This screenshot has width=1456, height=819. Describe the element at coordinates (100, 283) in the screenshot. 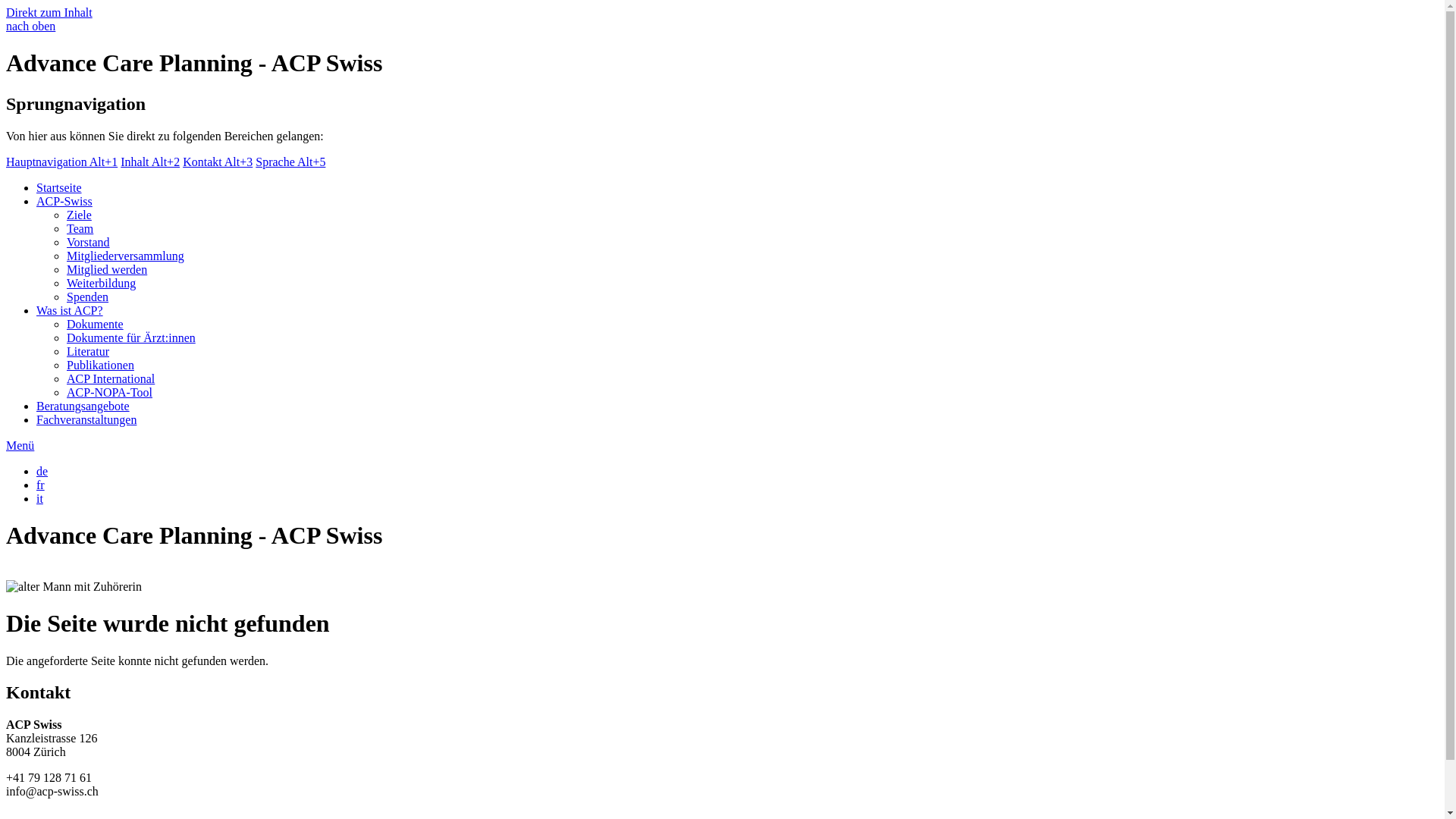

I see `'Weiterbildung'` at that location.